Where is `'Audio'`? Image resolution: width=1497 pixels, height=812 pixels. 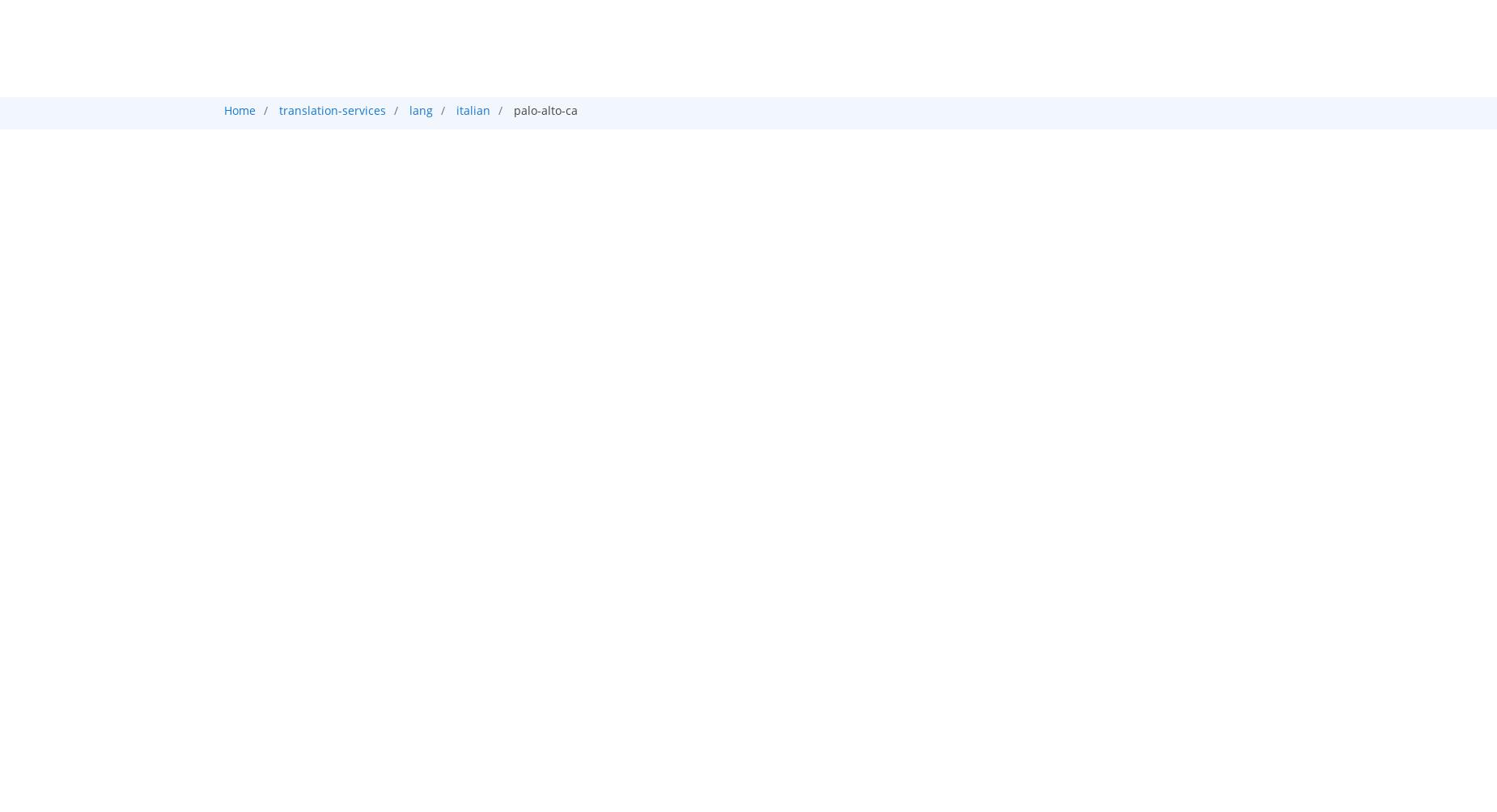 'Audio' is located at coordinates (1075, 142).